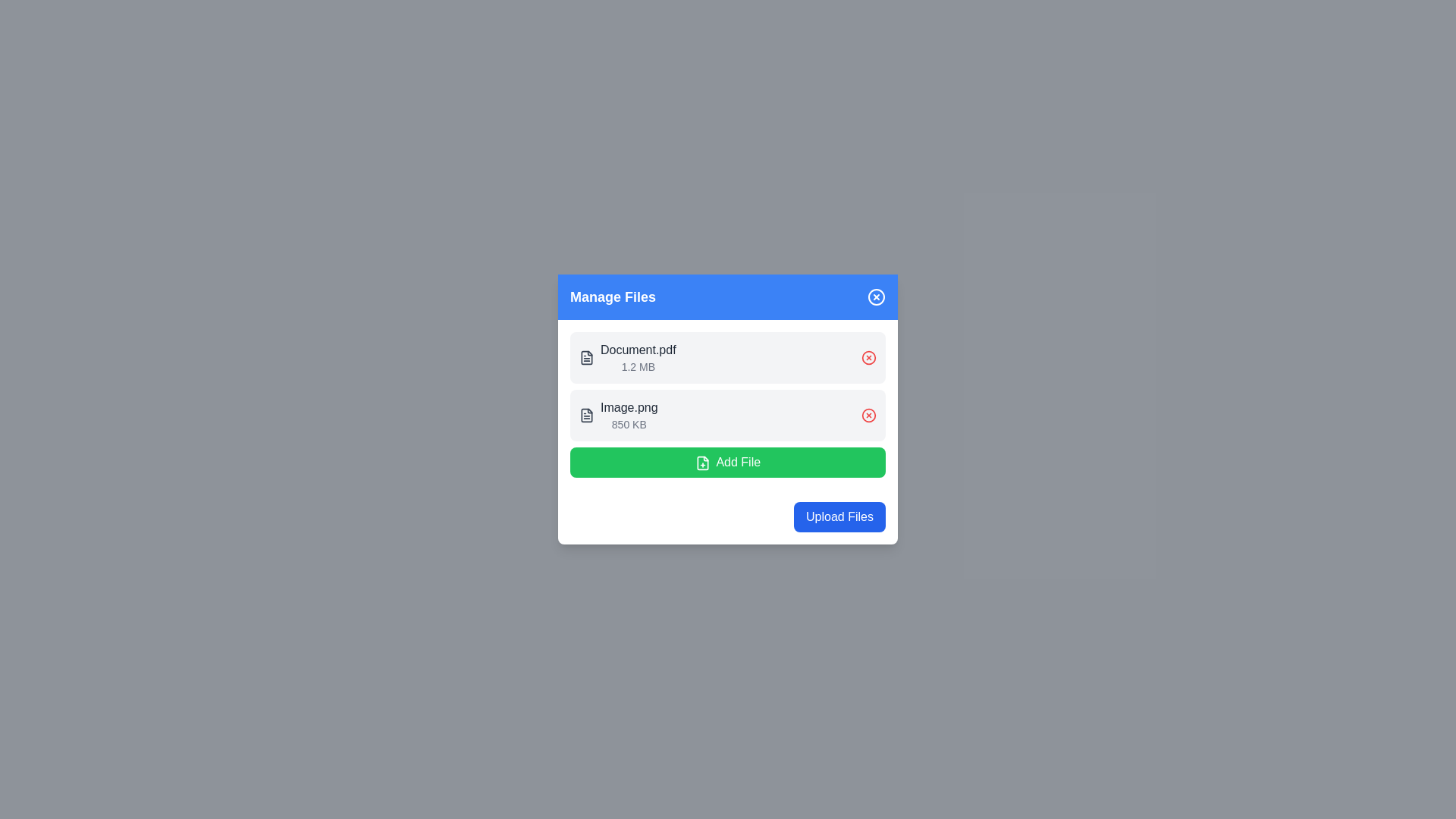 This screenshot has width=1456, height=819. Describe the element at coordinates (869, 415) in the screenshot. I see `the SVG Circle that is part of the delete button located in the top-right of the file management interface, associated with the second file entry row` at that location.